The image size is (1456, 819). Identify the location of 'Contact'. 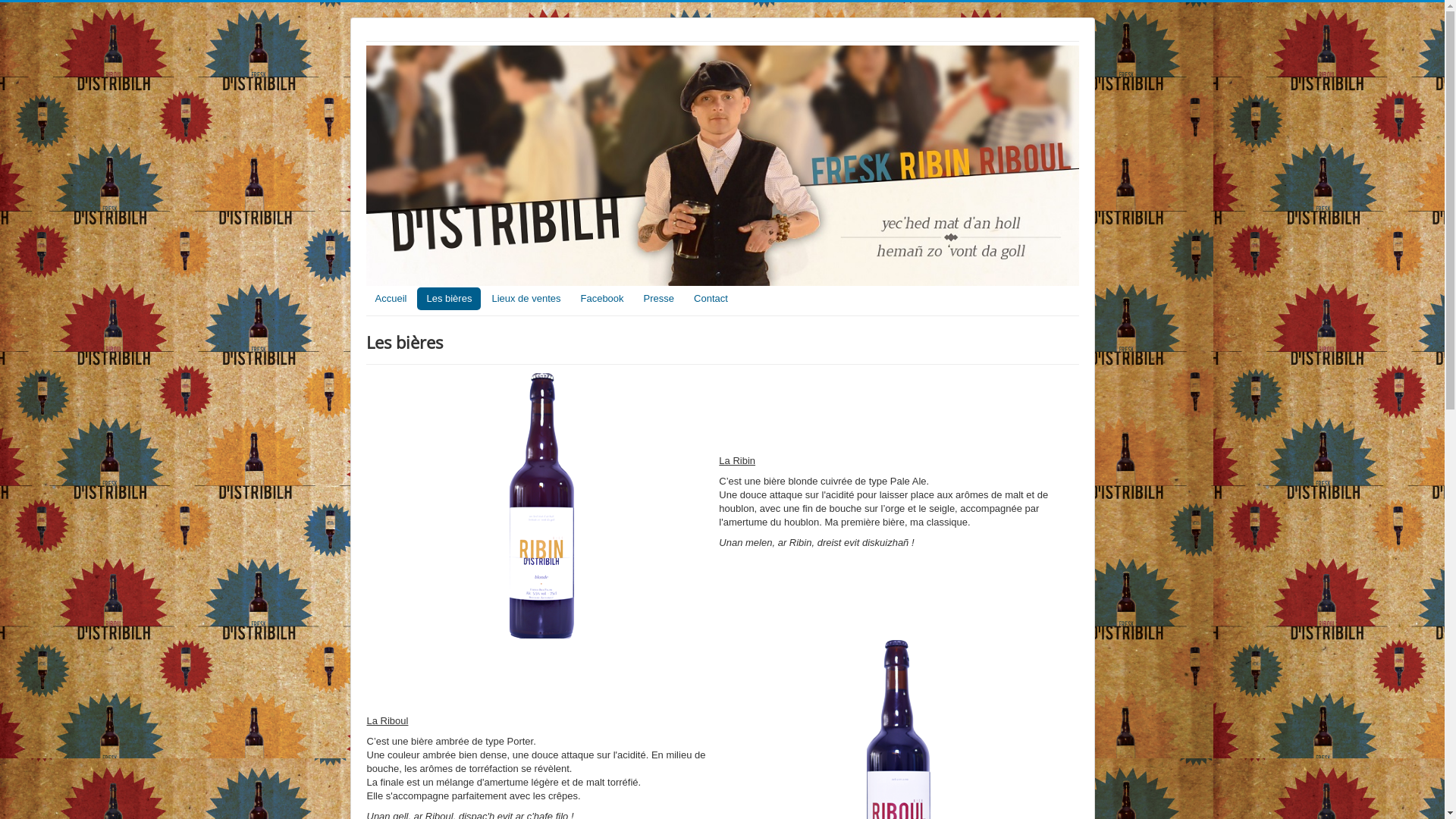
(710, 298).